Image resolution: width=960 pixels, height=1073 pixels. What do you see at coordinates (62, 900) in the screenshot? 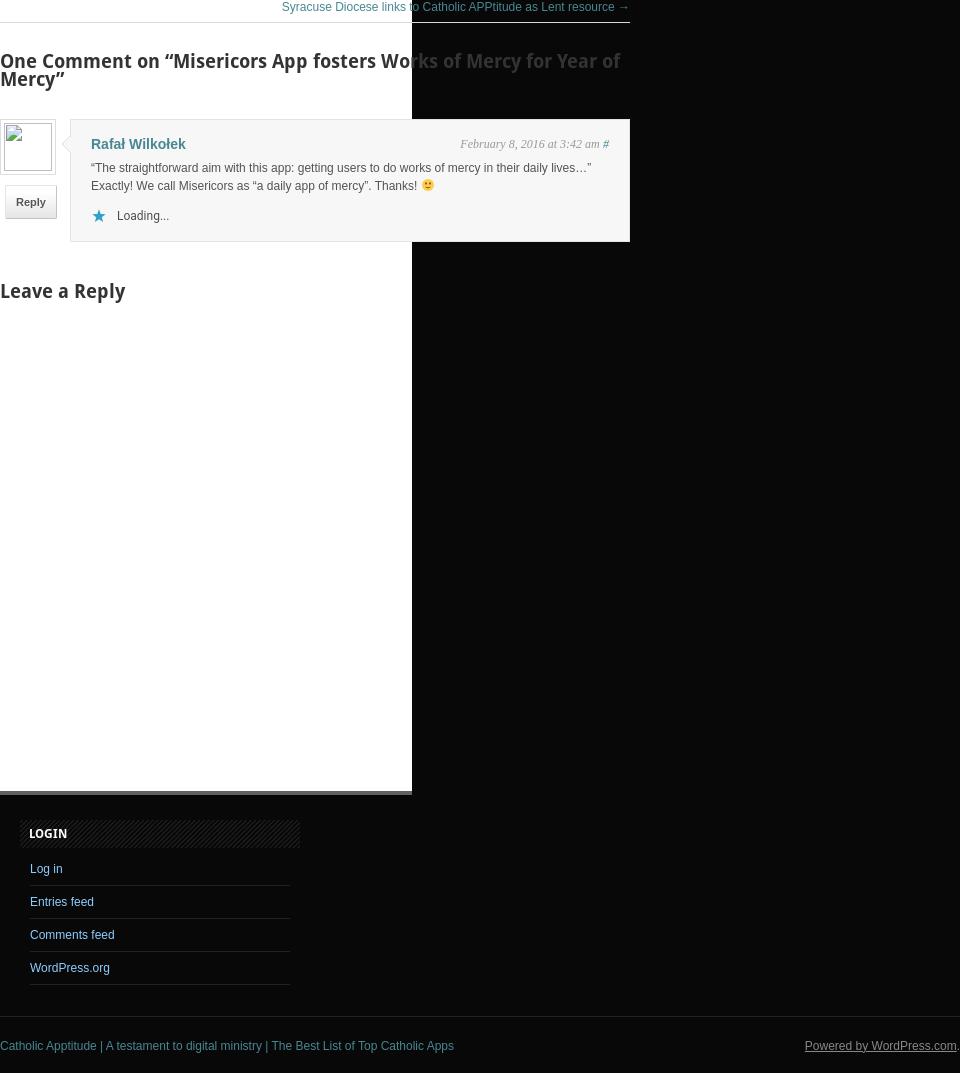
I see `'Entries feed'` at bounding box center [62, 900].